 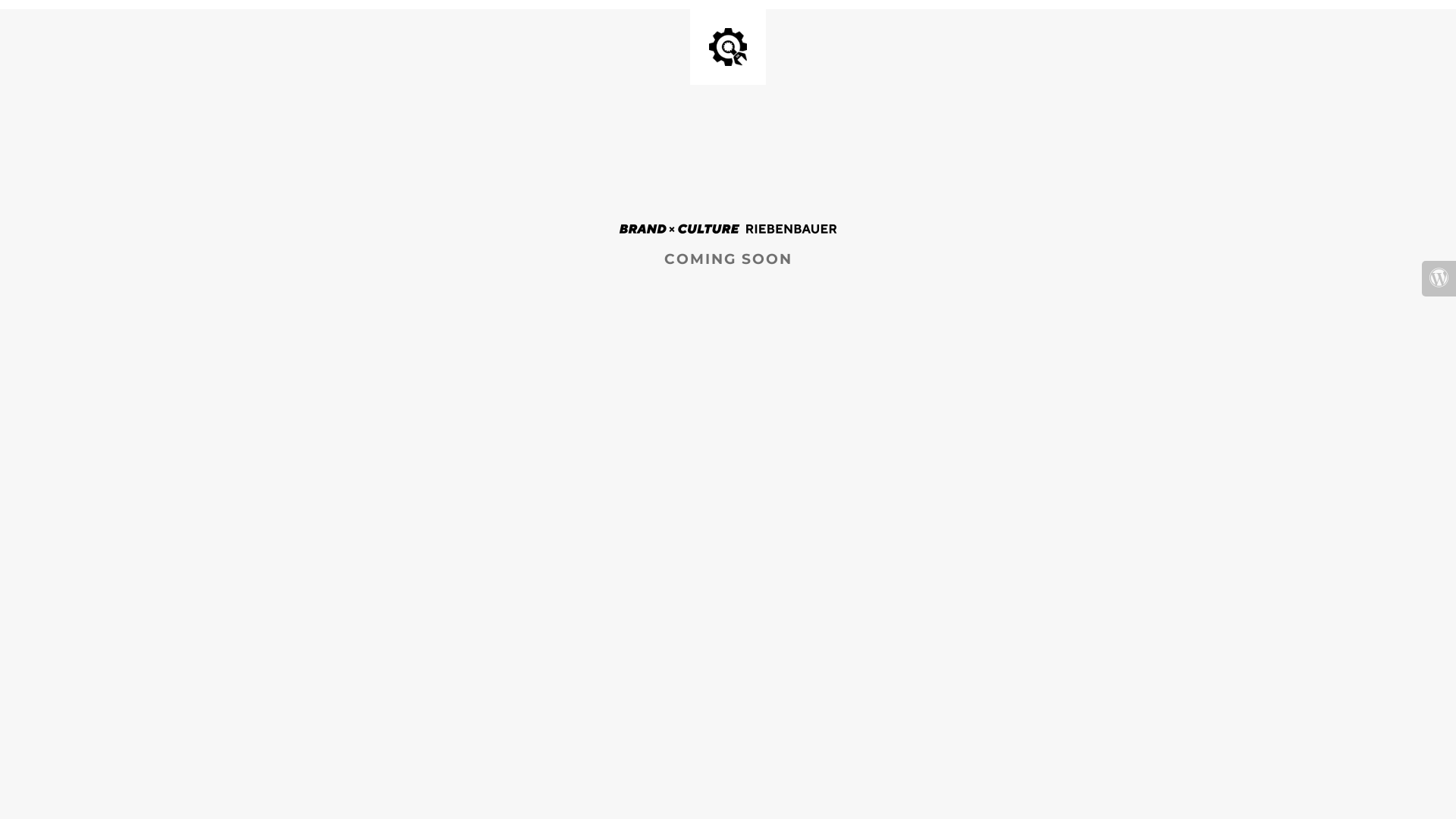 I want to click on 'Site is Under Construction', so click(x=728, y=45).